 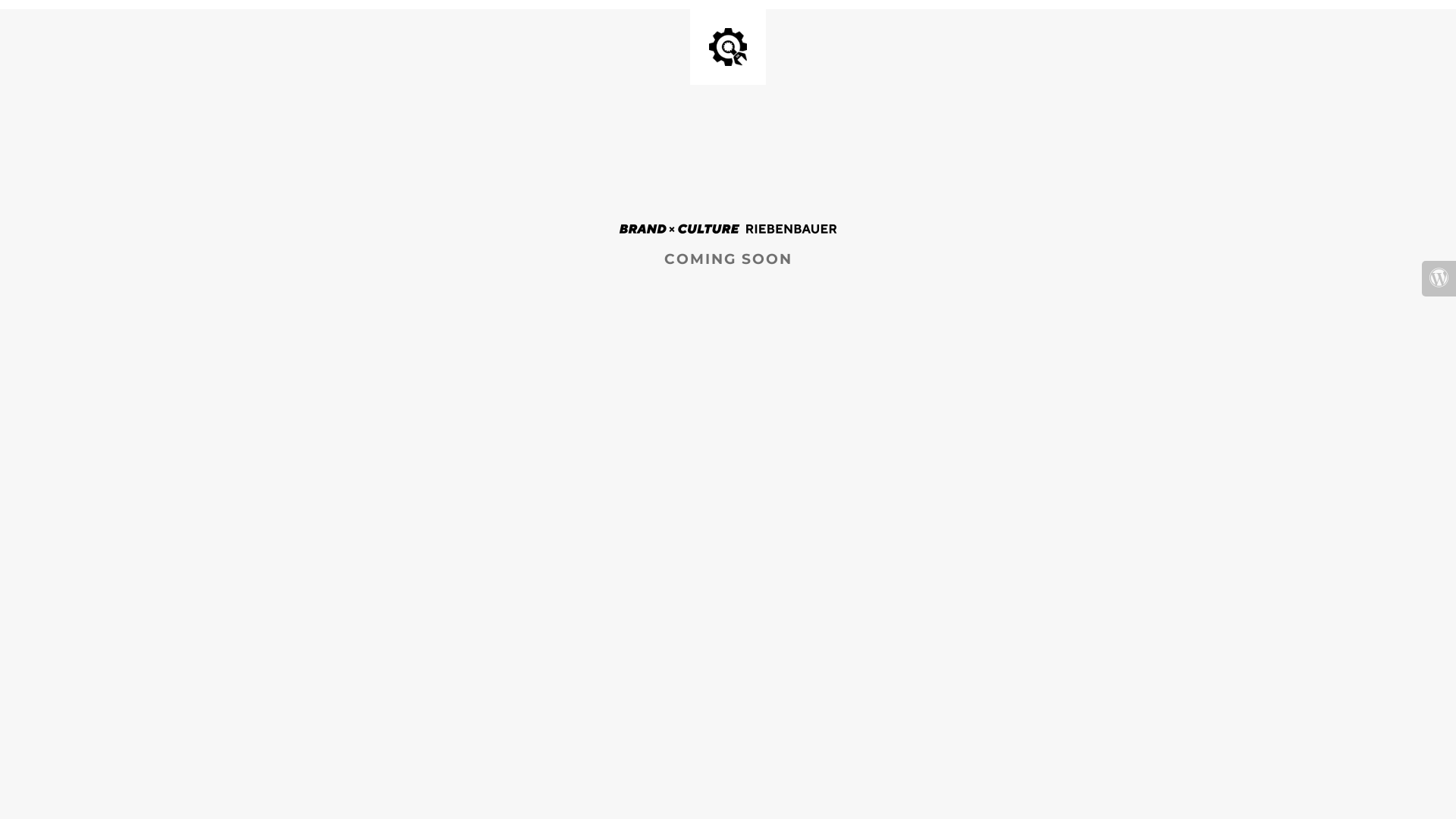 I want to click on 'Site is Under Construction', so click(x=728, y=45).